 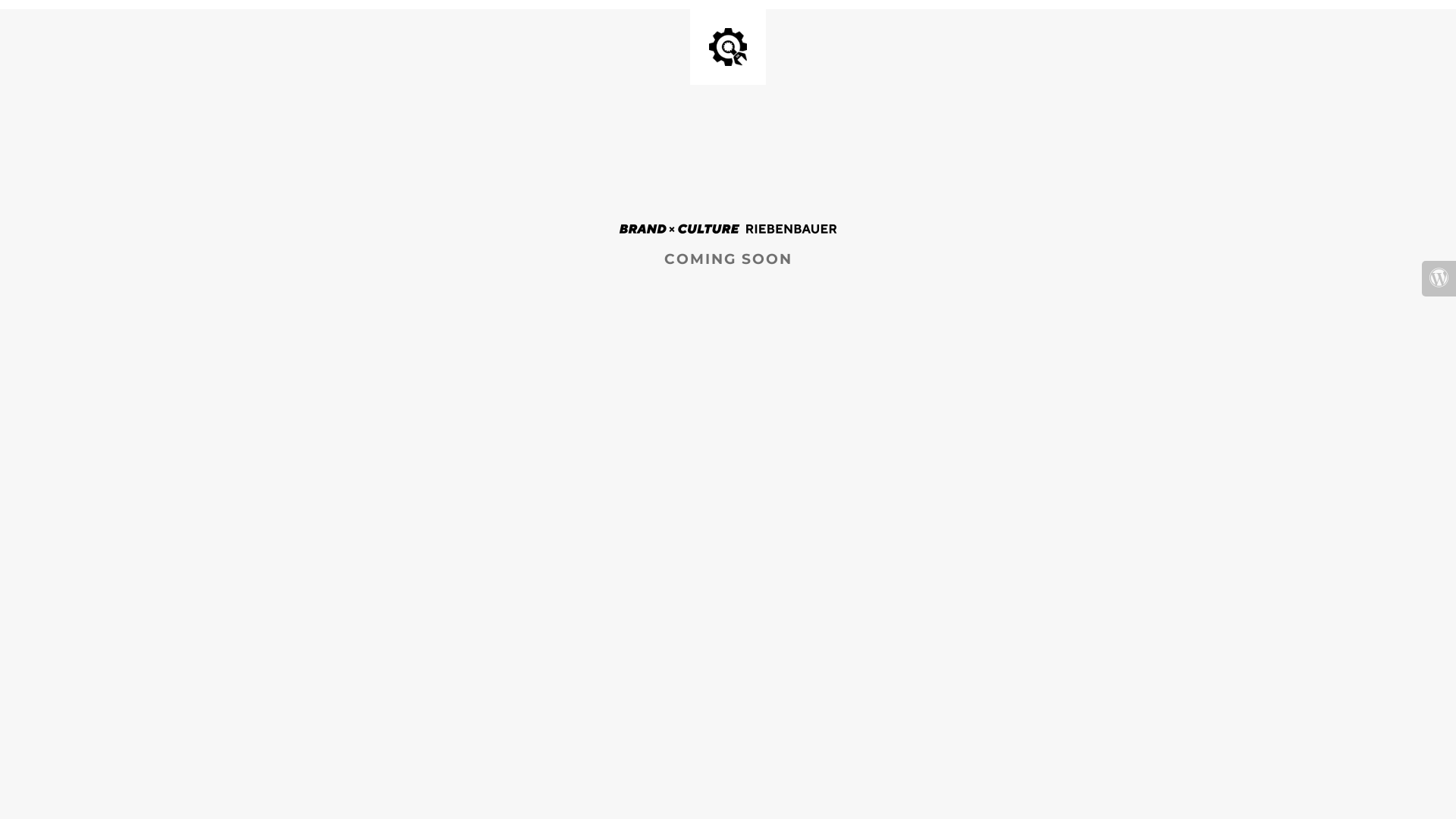 I want to click on 'Site is Under Construction', so click(x=728, y=45).